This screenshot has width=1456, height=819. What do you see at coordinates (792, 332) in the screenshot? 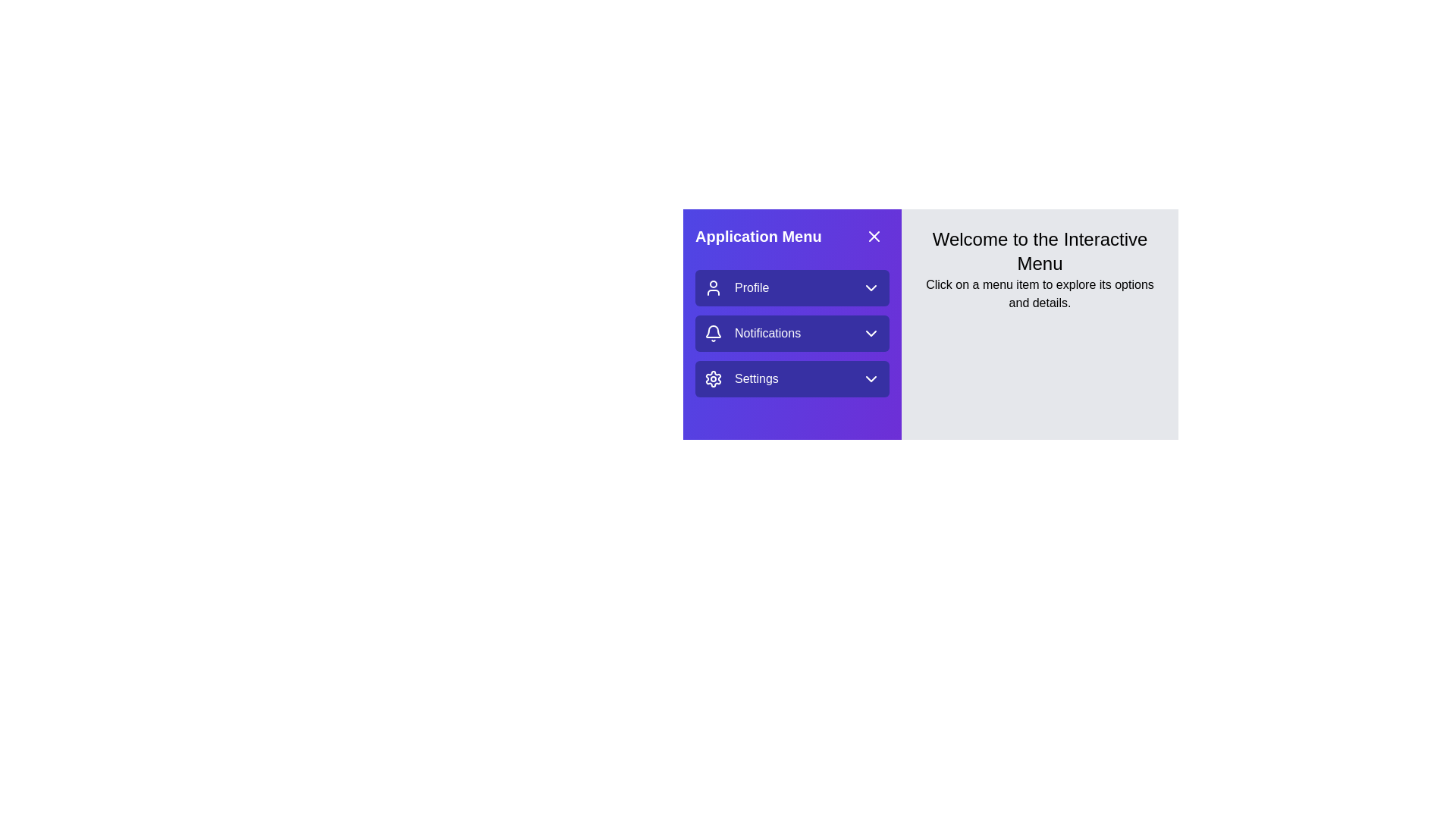
I see `the 'Notifications' menu item, which is styled with a white text label and a bell-shaped icon on a purple background, located between 'Profile' and 'Settings' in the Application Menu` at bounding box center [792, 332].